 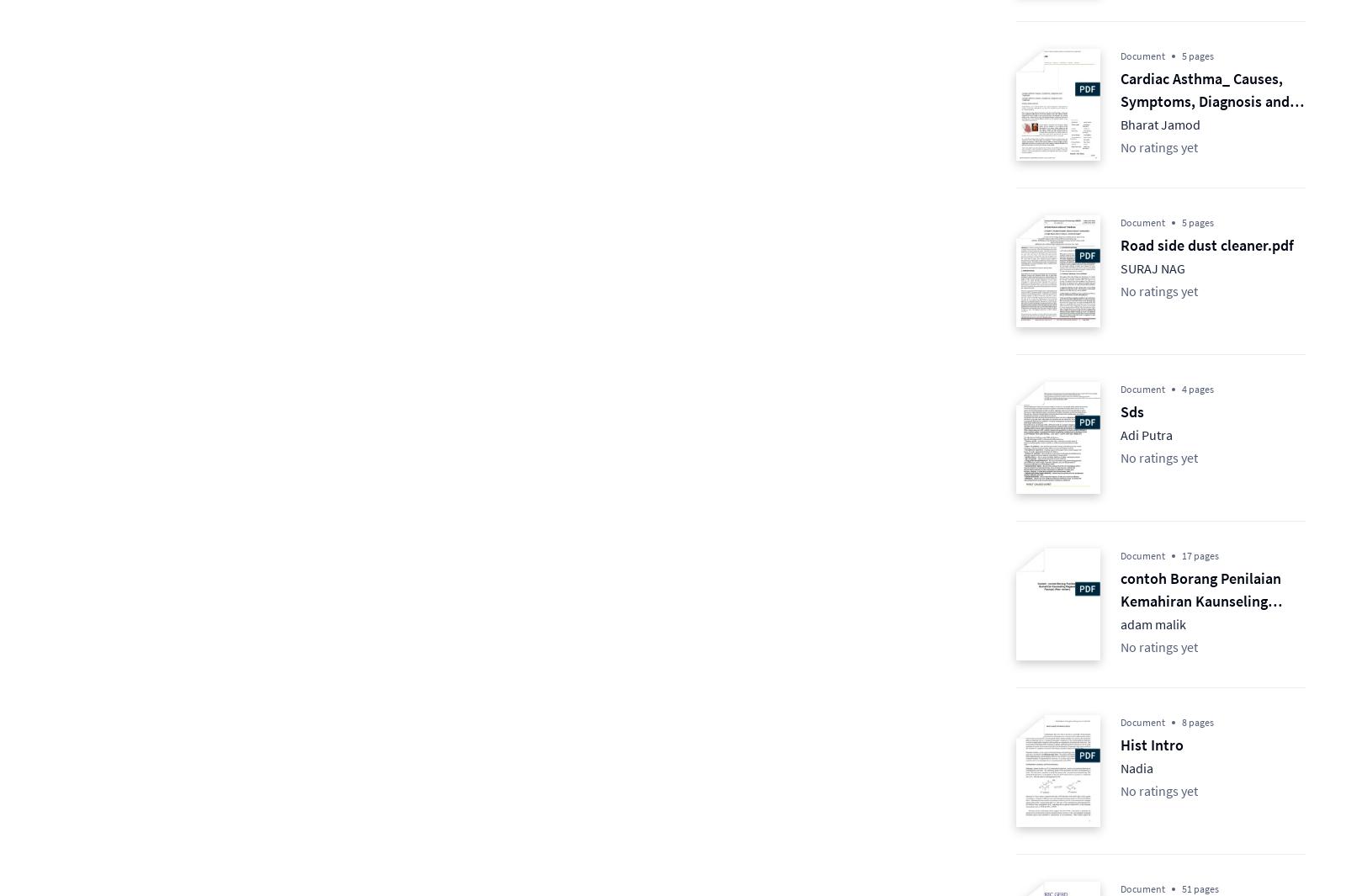 I want to click on 'Hist Intro', so click(x=1151, y=745).